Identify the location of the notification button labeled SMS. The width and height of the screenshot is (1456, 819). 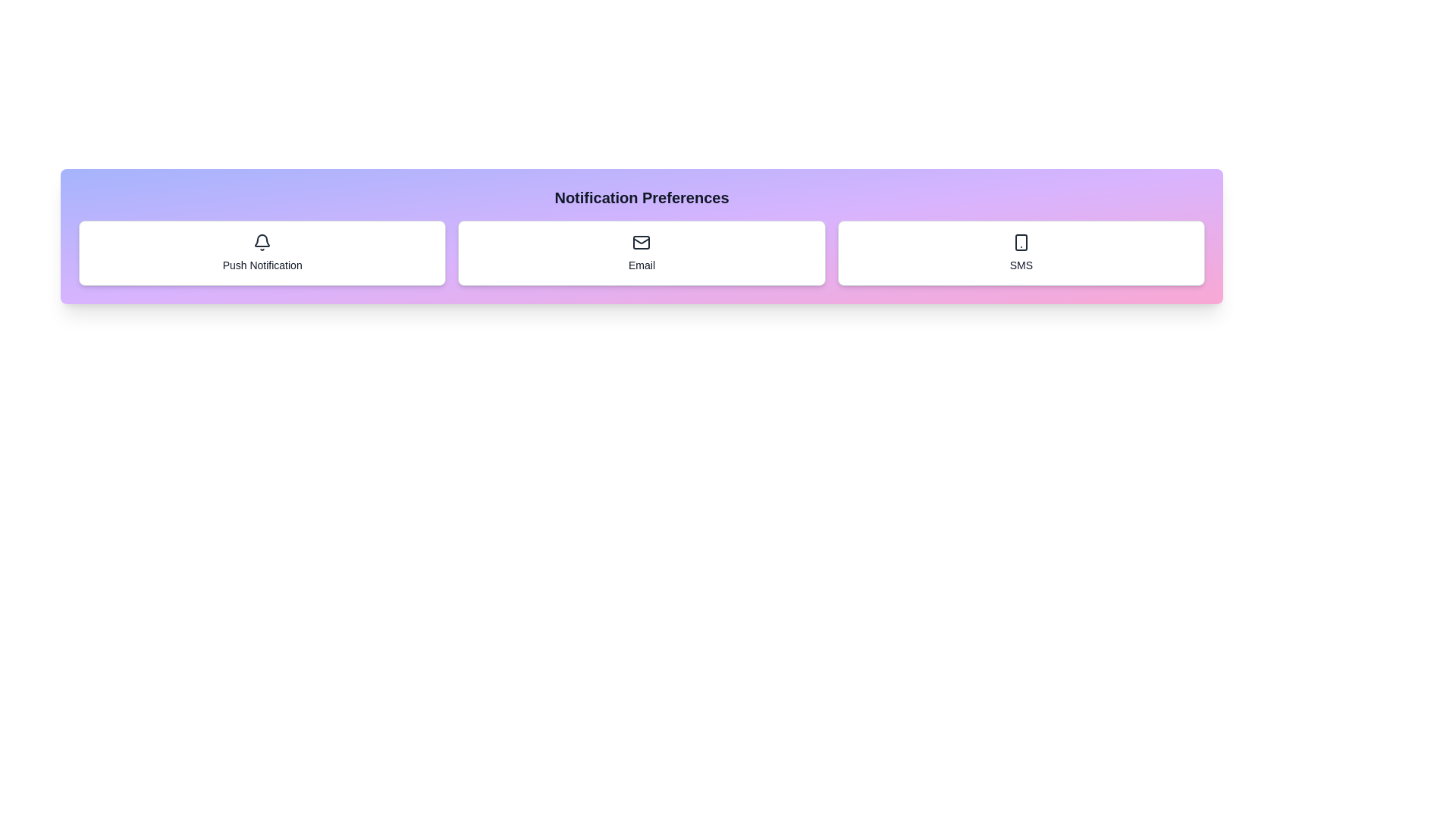
(1020, 253).